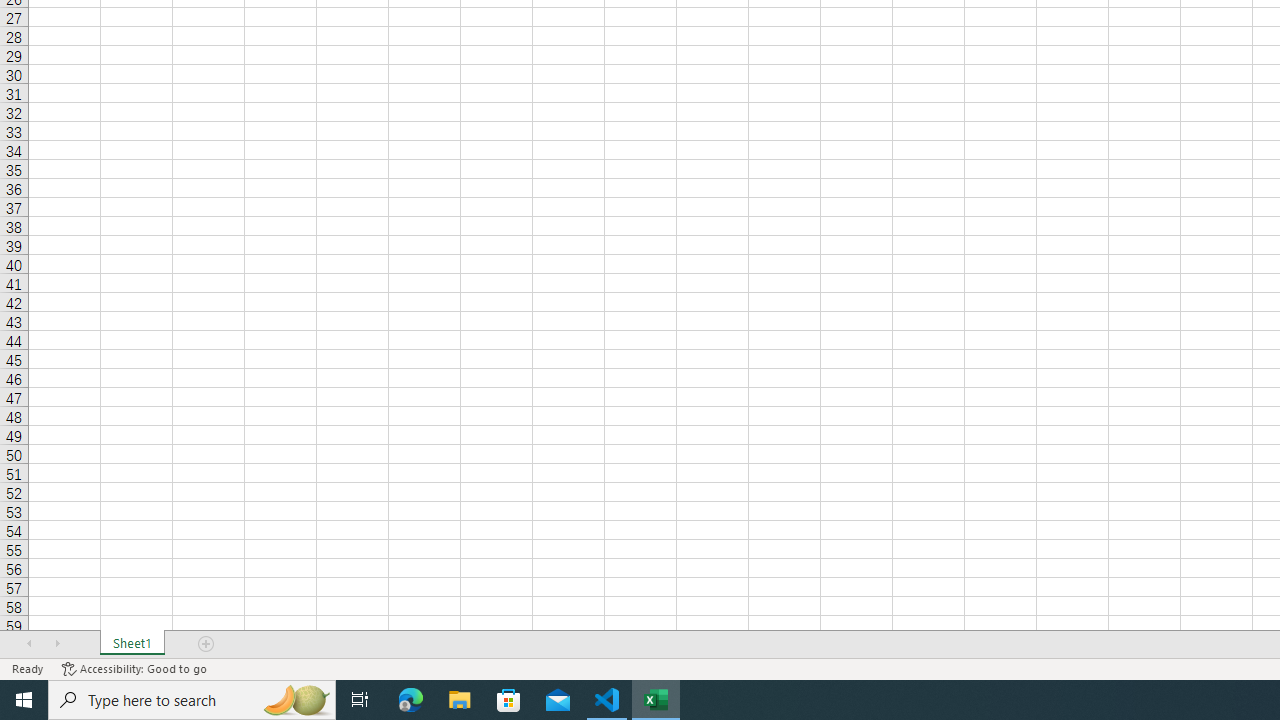 Image resolution: width=1280 pixels, height=720 pixels. What do you see at coordinates (359, 698) in the screenshot?
I see `'Task View'` at bounding box center [359, 698].